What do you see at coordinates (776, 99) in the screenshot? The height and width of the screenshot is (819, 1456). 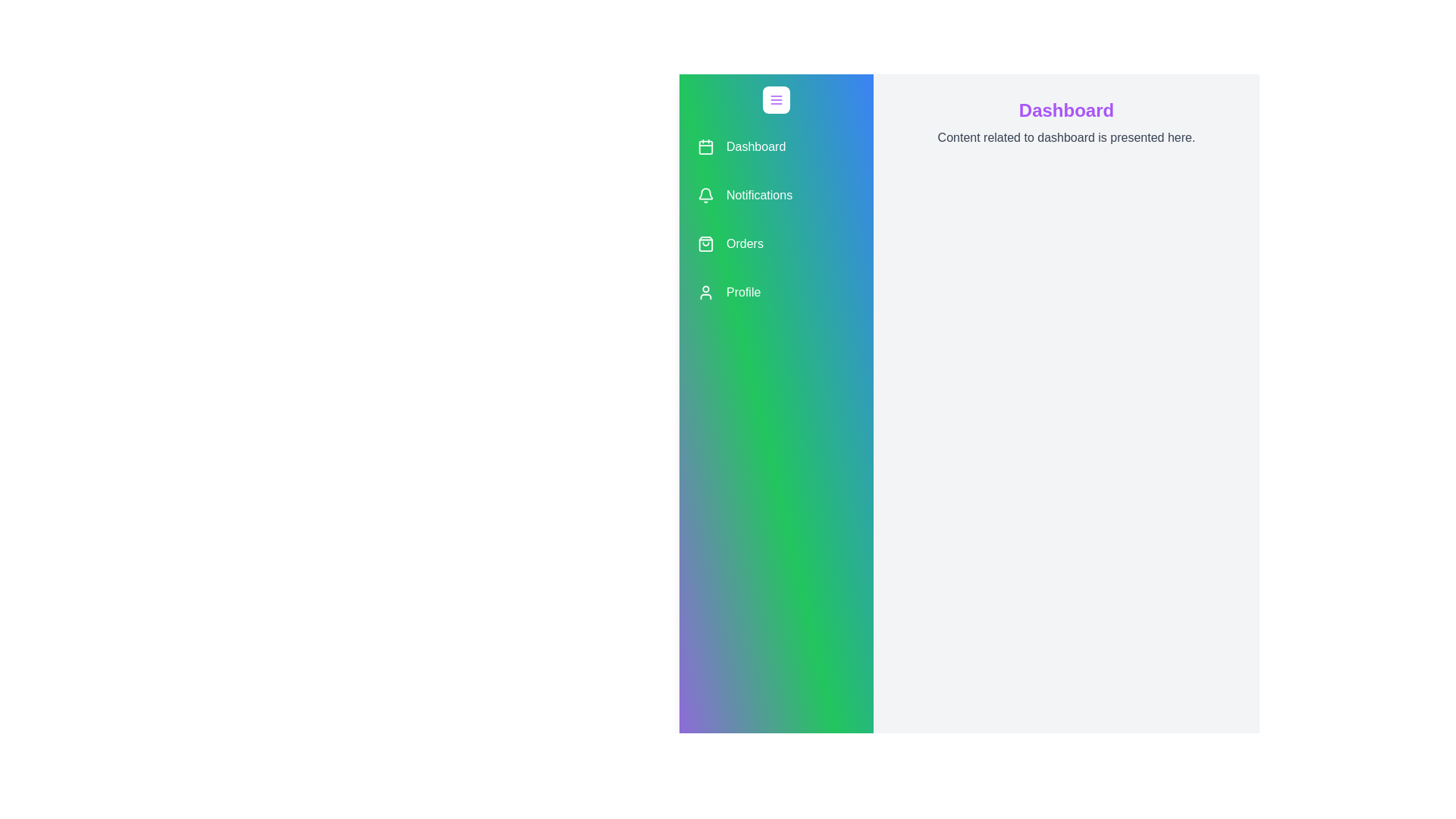 I see `the menu button to toggle the sidebar open/close state` at bounding box center [776, 99].